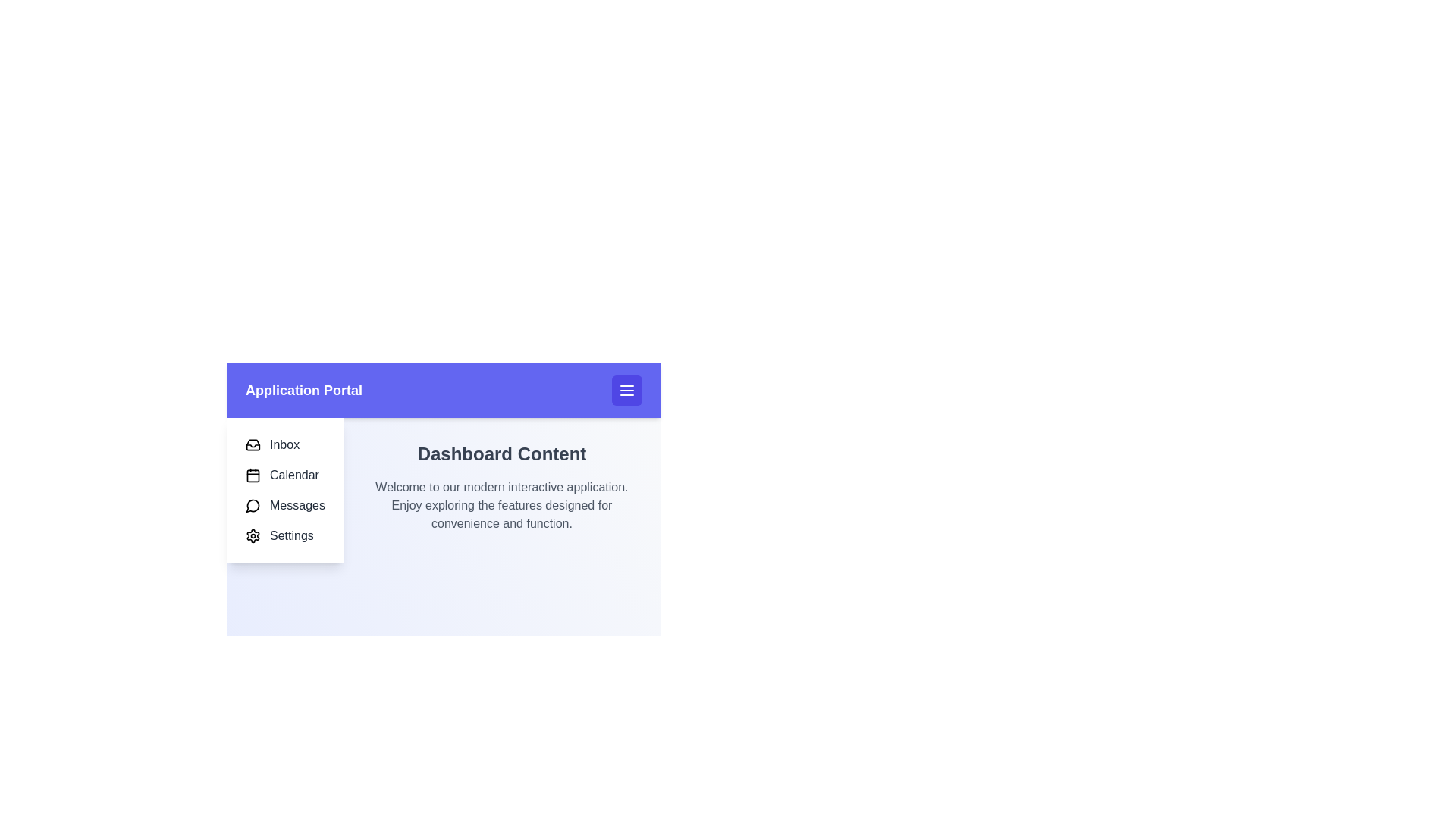  Describe the element at coordinates (253, 535) in the screenshot. I see `the gear icon representing the 'Settings' menu option located in the left sidebar navigation menu, which is the fourth item beneath 'Messages'` at that location.